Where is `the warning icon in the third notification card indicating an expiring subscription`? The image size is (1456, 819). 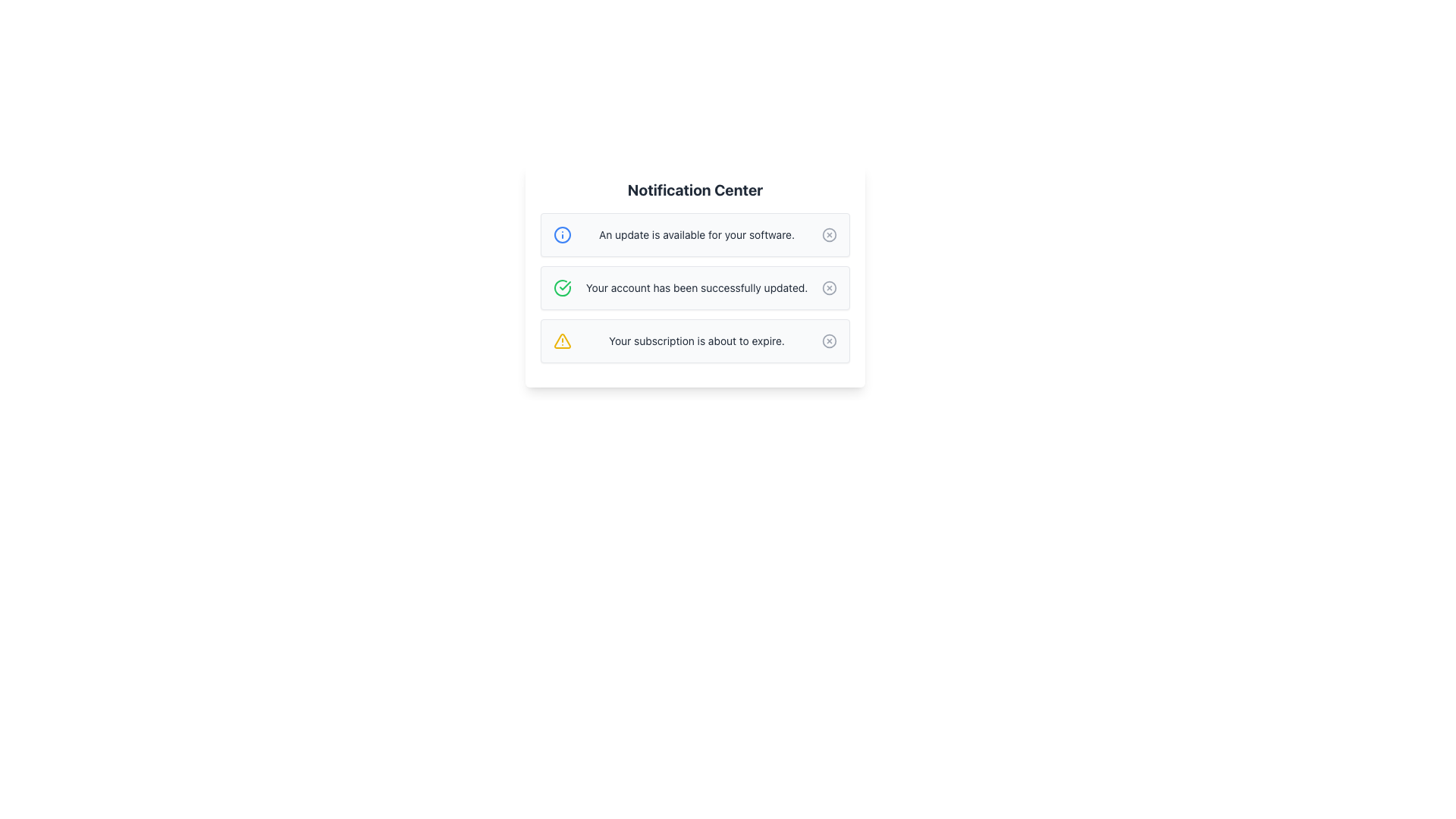
the warning icon in the third notification card indicating an expiring subscription is located at coordinates (562, 341).